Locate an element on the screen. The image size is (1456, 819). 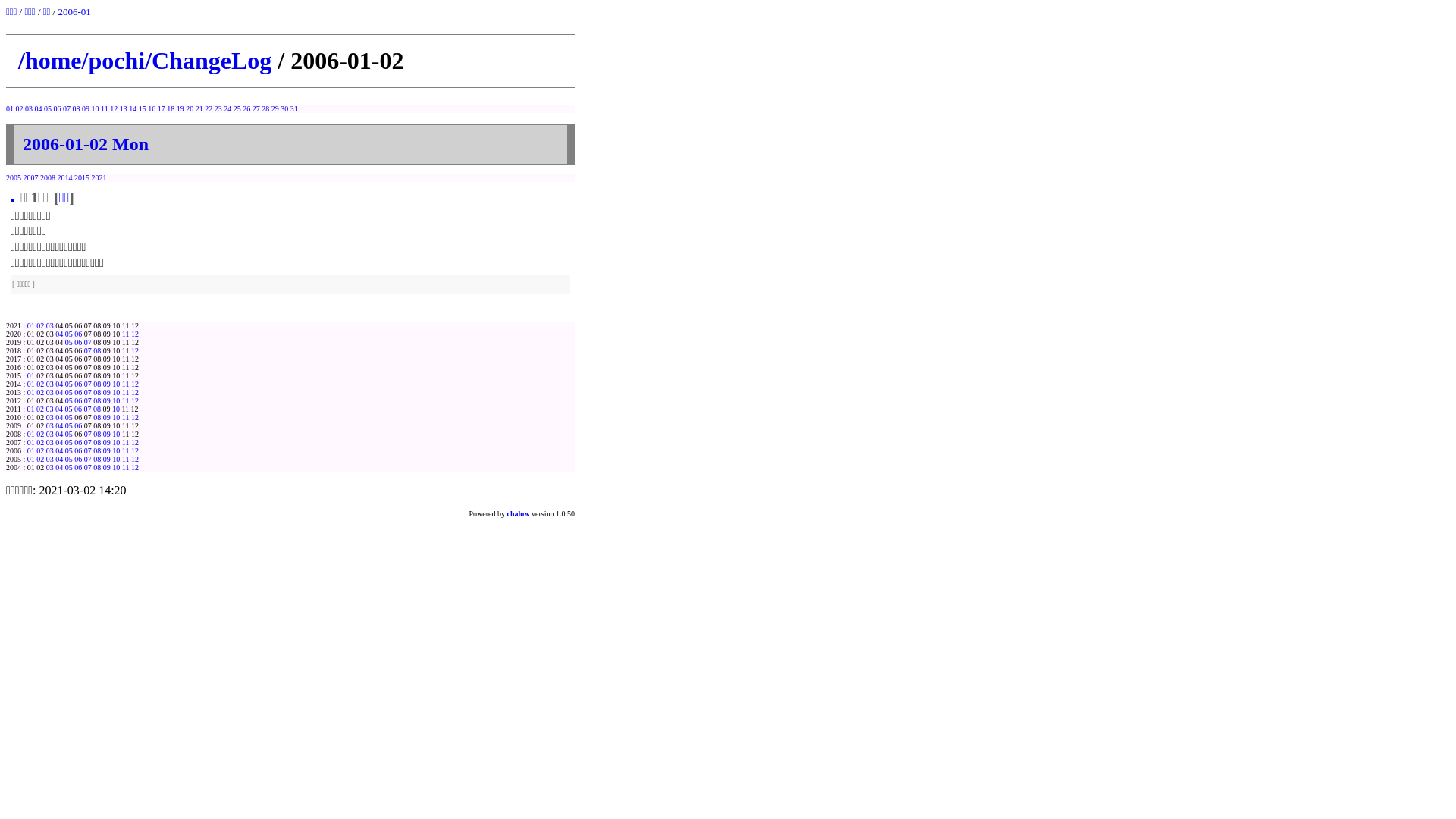
'11' is located at coordinates (126, 333).